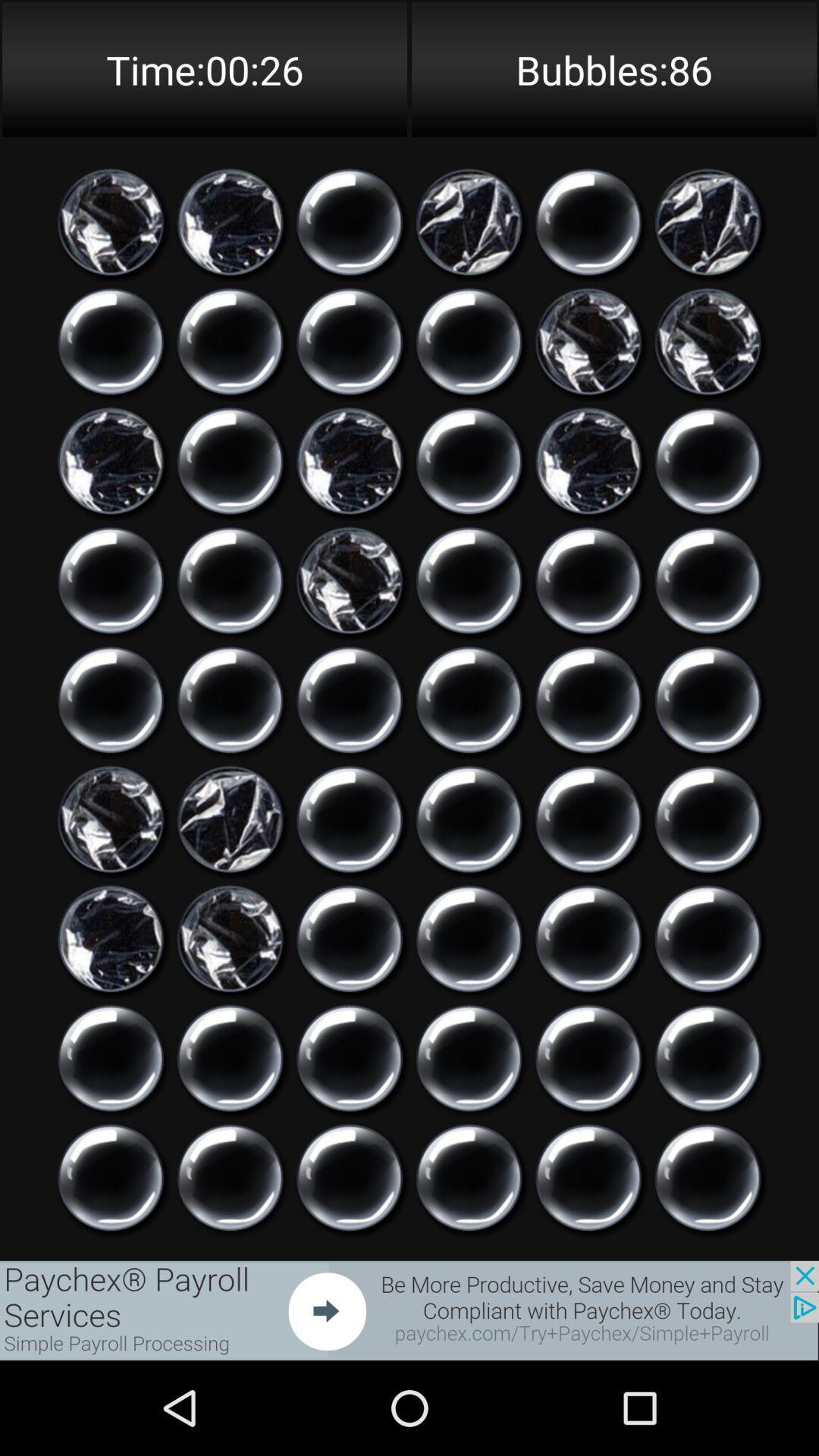  Describe the element at coordinates (588, 579) in the screenshot. I see `option` at that location.